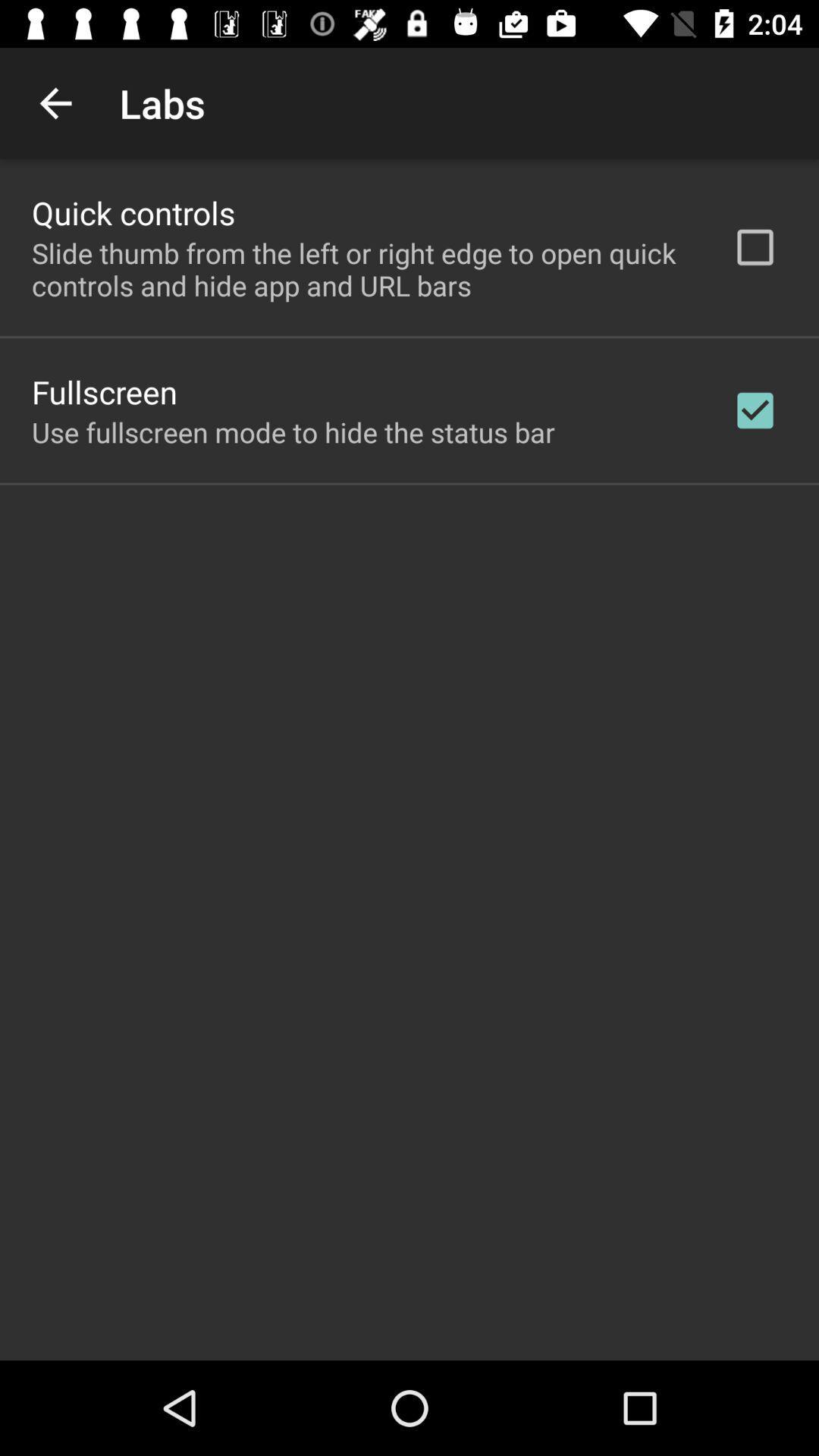 This screenshot has height=1456, width=819. What do you see at coordinates (55, 102) in the screenshot?
I see `the item next to labs app` at bounding box center [55, 102].